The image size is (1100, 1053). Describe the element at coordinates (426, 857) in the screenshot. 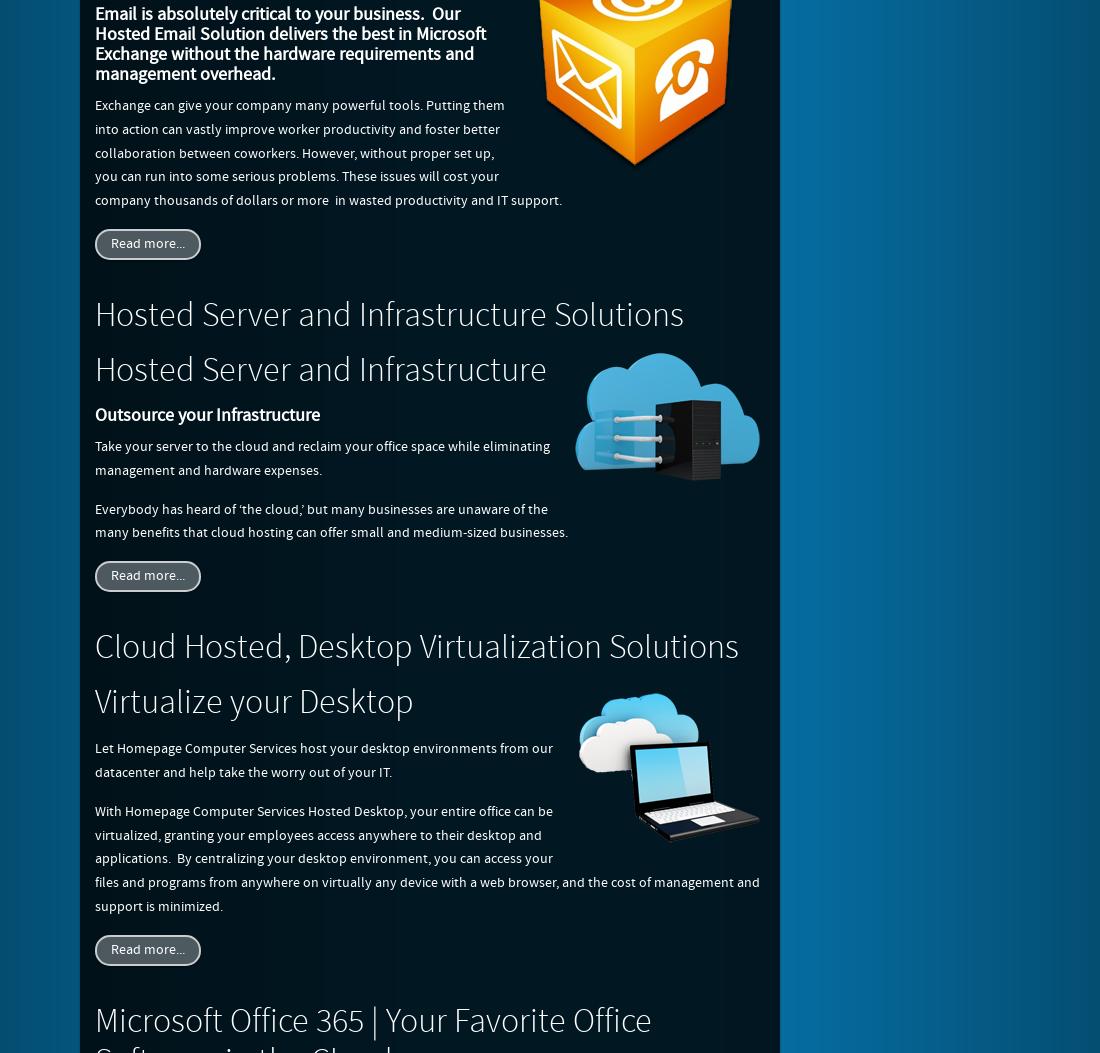

I see `'With Homepage Computer Services Hosted Desktop, your entire office can be virtualized, granting your employees access anywhere to their desktop and applications.  By centralizing your desktop environment, you can access your files and programs from anywhere on virtually any device with a web browser, and the cost of management and support is minimized.'` at that location.